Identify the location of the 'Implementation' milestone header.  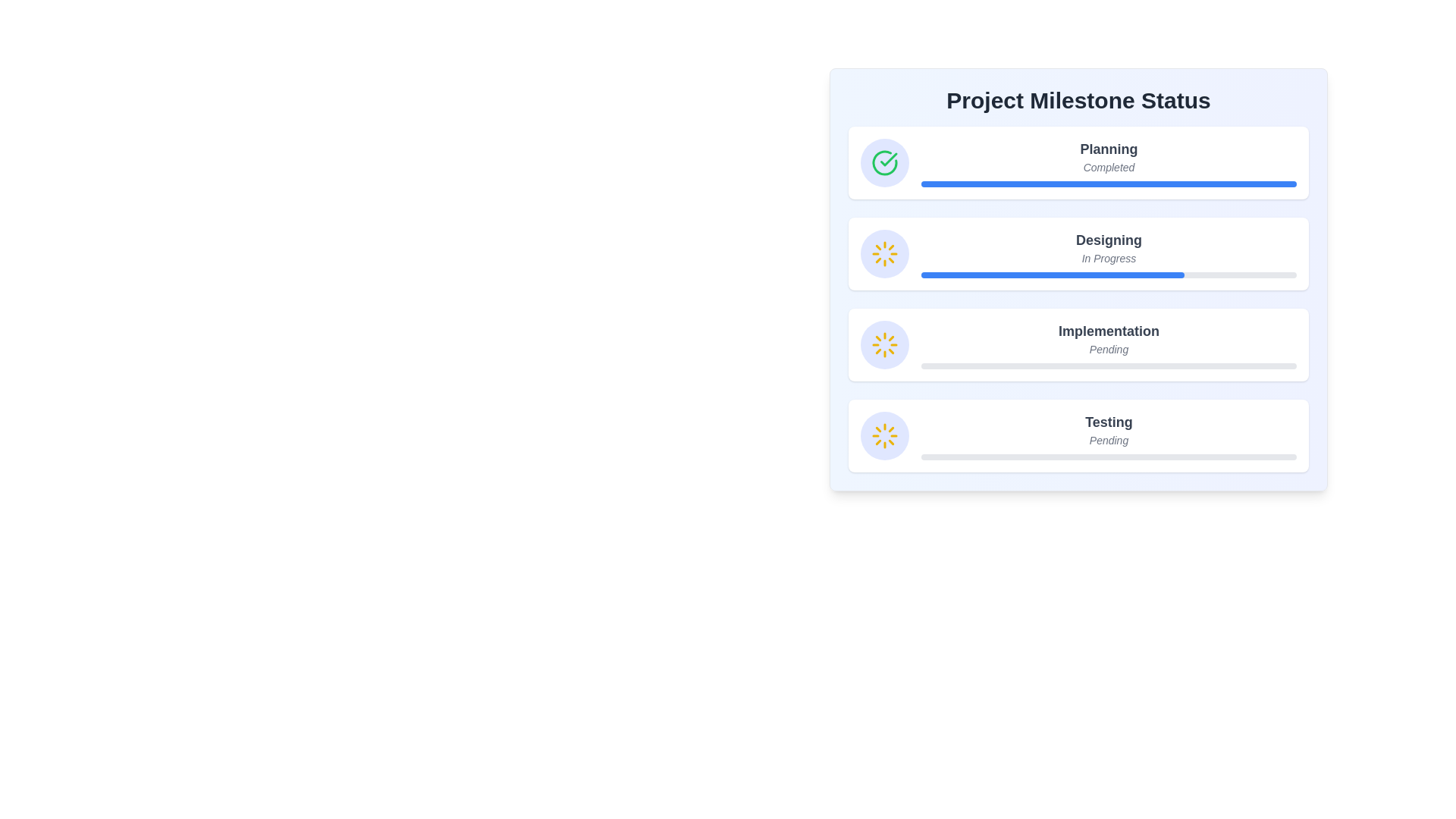
(1109, 330).